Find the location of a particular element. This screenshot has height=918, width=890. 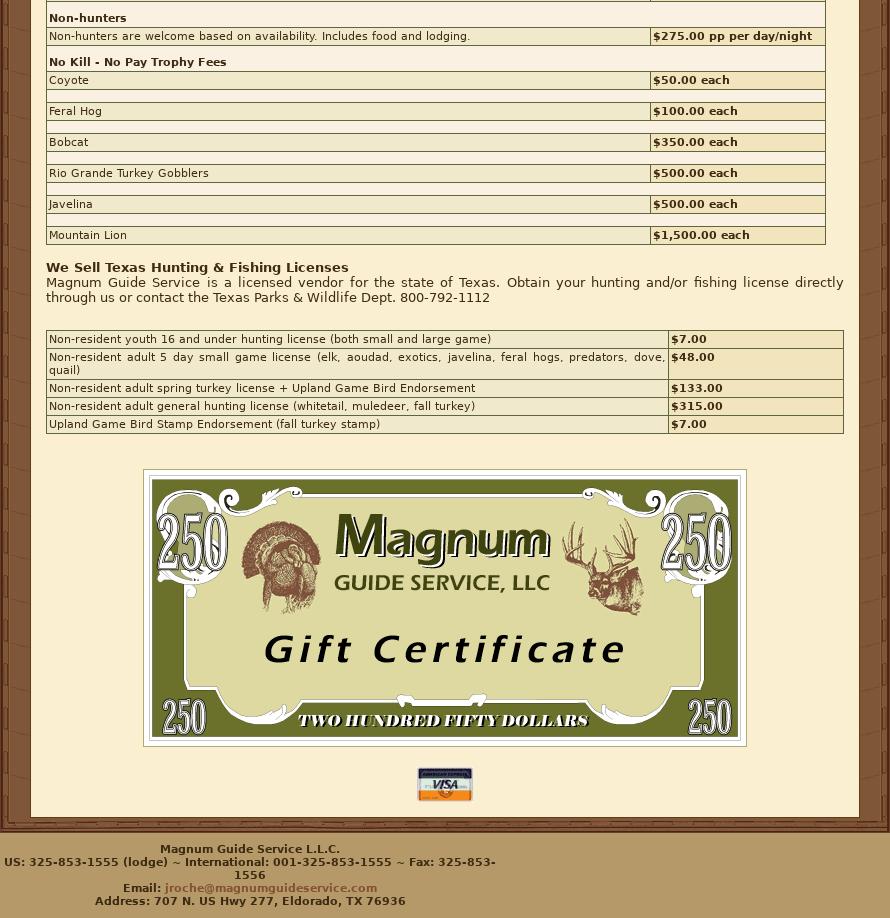

'Email:' is located at coordinates (143, 887).